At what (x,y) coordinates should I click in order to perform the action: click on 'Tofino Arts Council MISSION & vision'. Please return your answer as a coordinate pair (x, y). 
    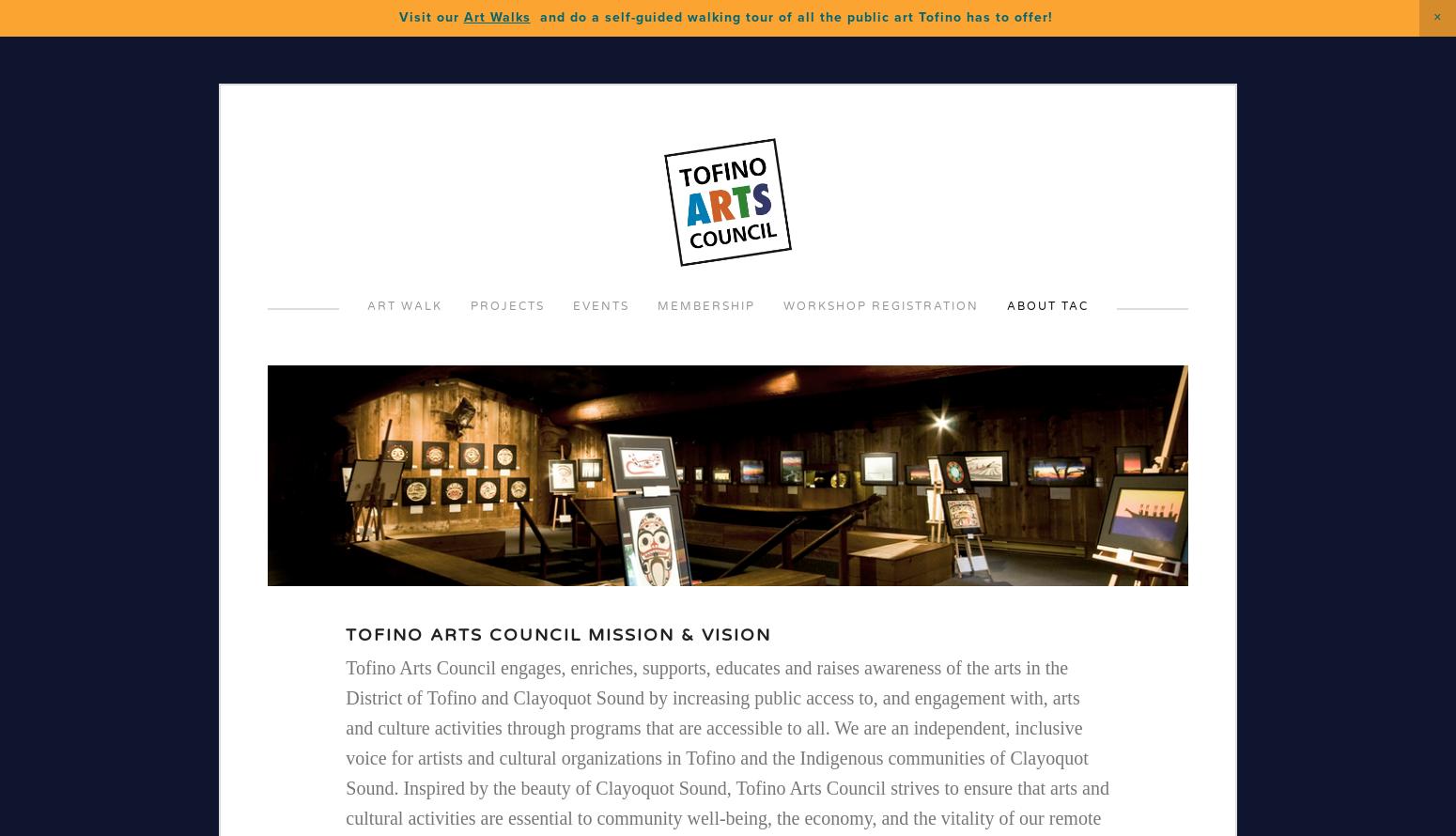
    Looking at the image, I should click on (344, 634).